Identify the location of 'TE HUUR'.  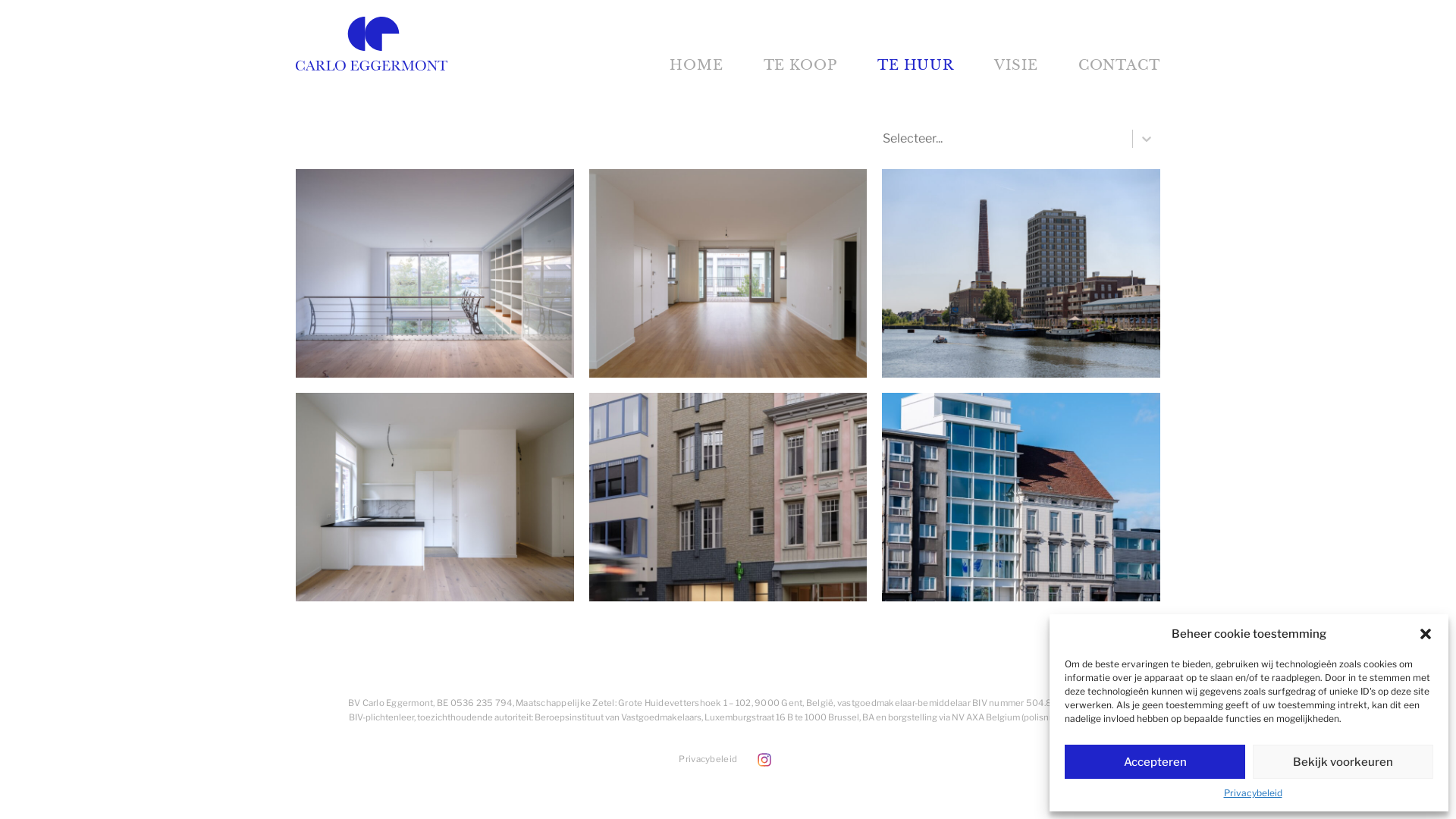
(915, 64).